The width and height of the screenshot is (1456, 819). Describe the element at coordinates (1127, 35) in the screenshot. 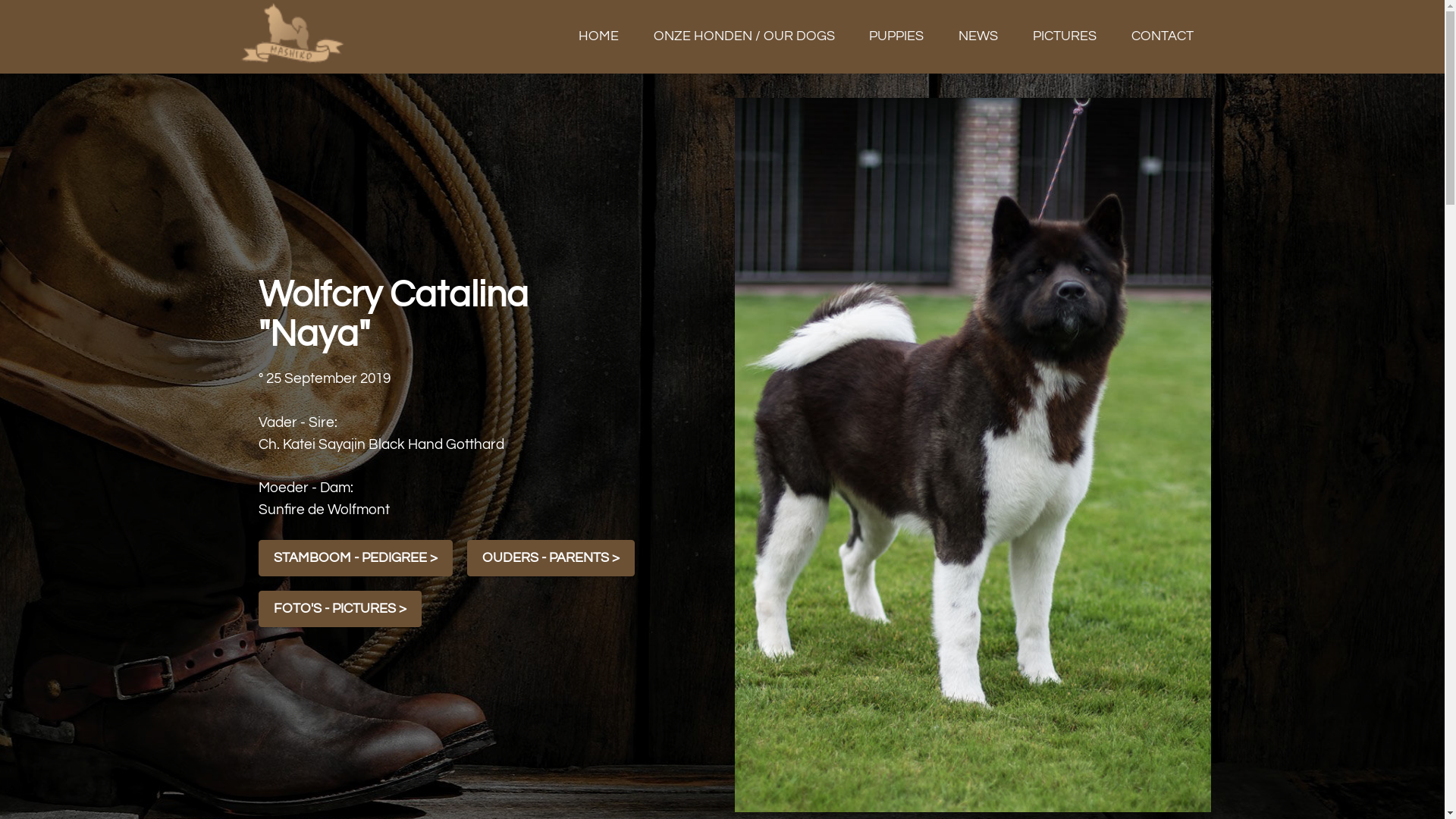

I see `'CONTACT'` at that location.